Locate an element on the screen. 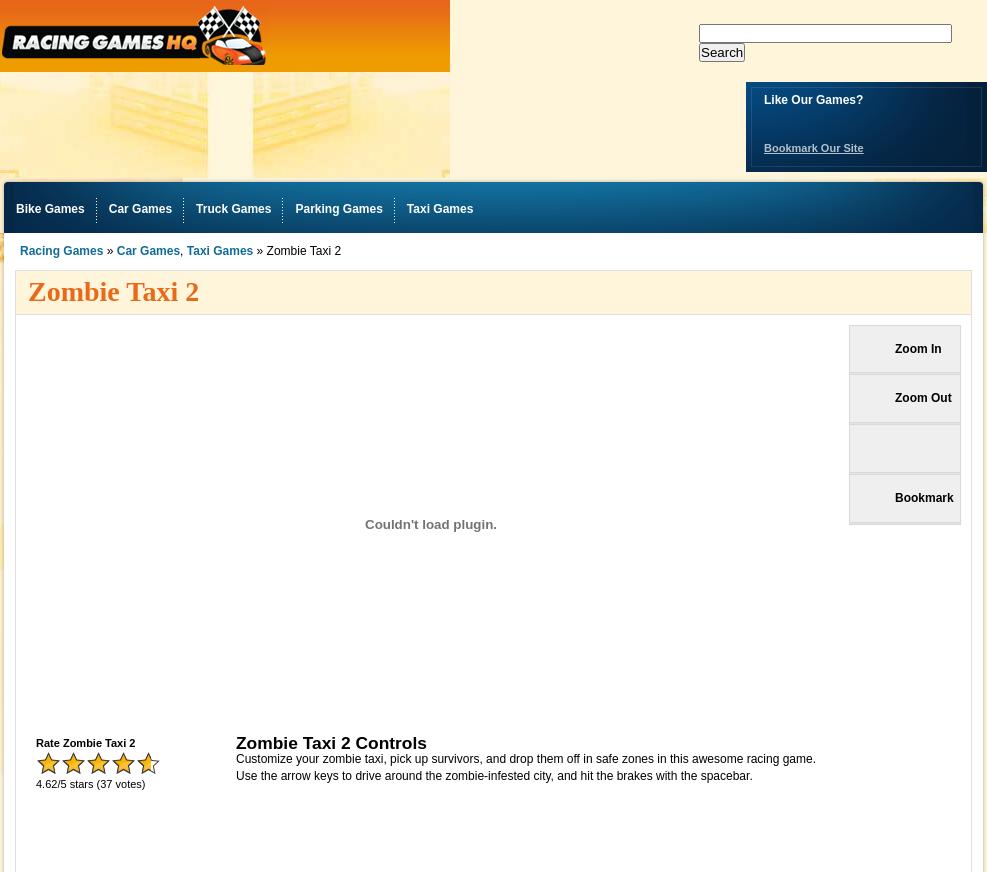 This screenshot has width=987, height=872. 'Zombie Taxi 2 Controls' is located at coordinates (235, 740).